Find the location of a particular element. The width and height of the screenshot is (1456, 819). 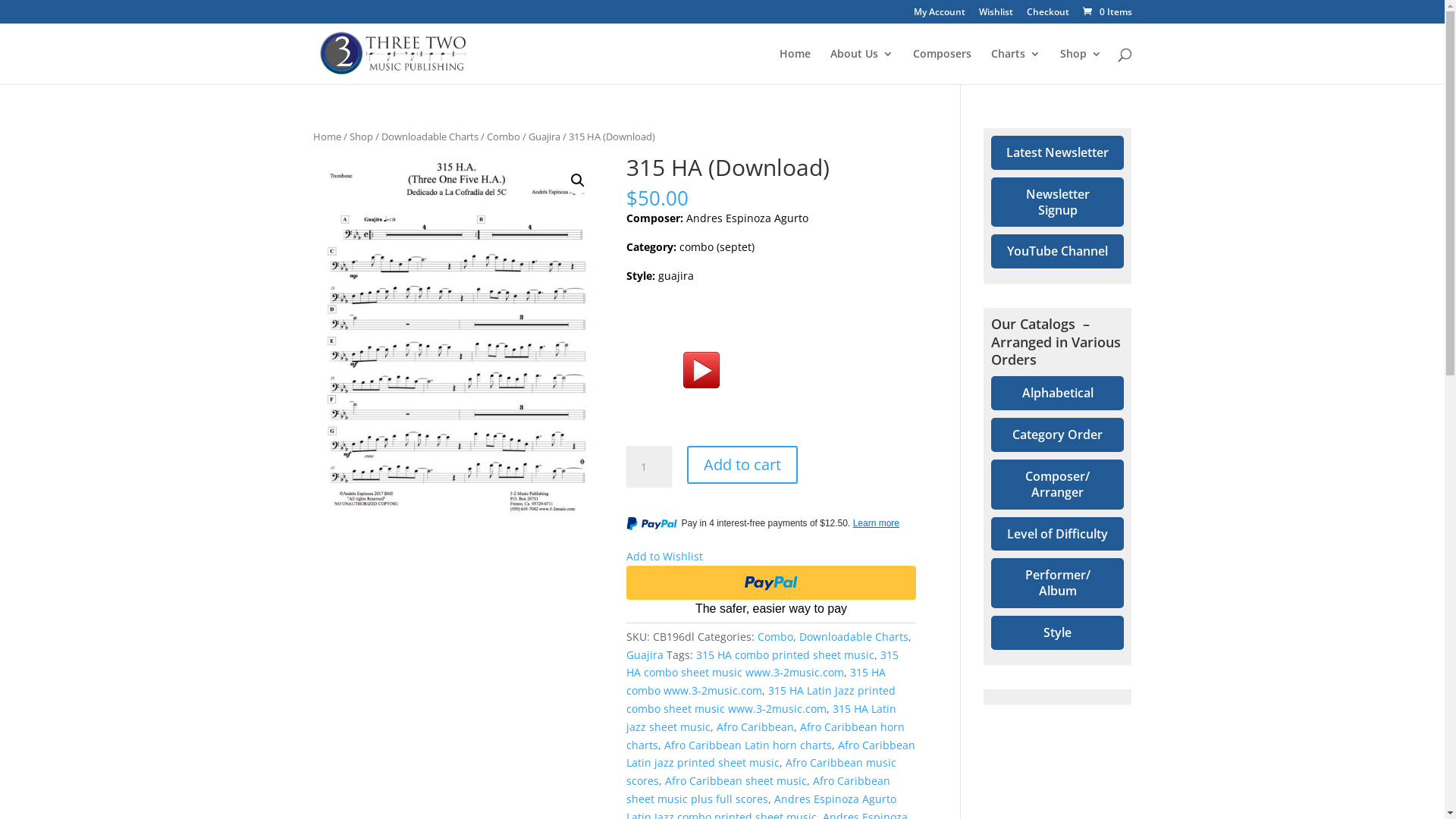

'Newsletter Signup' is located at coordinates (1056, 201).